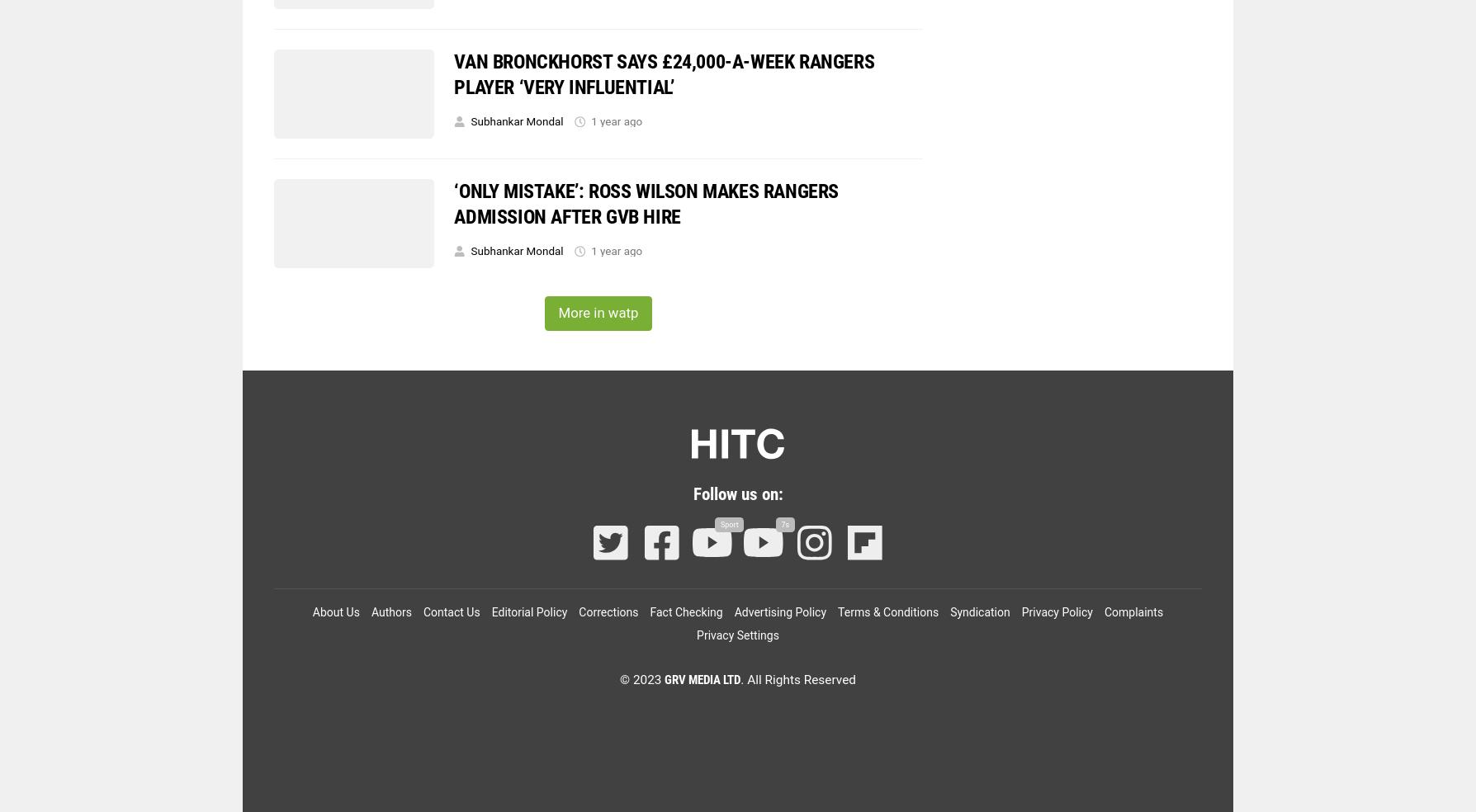 The image size is (1476, 812). What do you see at coordinates (1133, 610) in the screenshot?
I see `'Complaints'` at bounding box center [1133, 610].